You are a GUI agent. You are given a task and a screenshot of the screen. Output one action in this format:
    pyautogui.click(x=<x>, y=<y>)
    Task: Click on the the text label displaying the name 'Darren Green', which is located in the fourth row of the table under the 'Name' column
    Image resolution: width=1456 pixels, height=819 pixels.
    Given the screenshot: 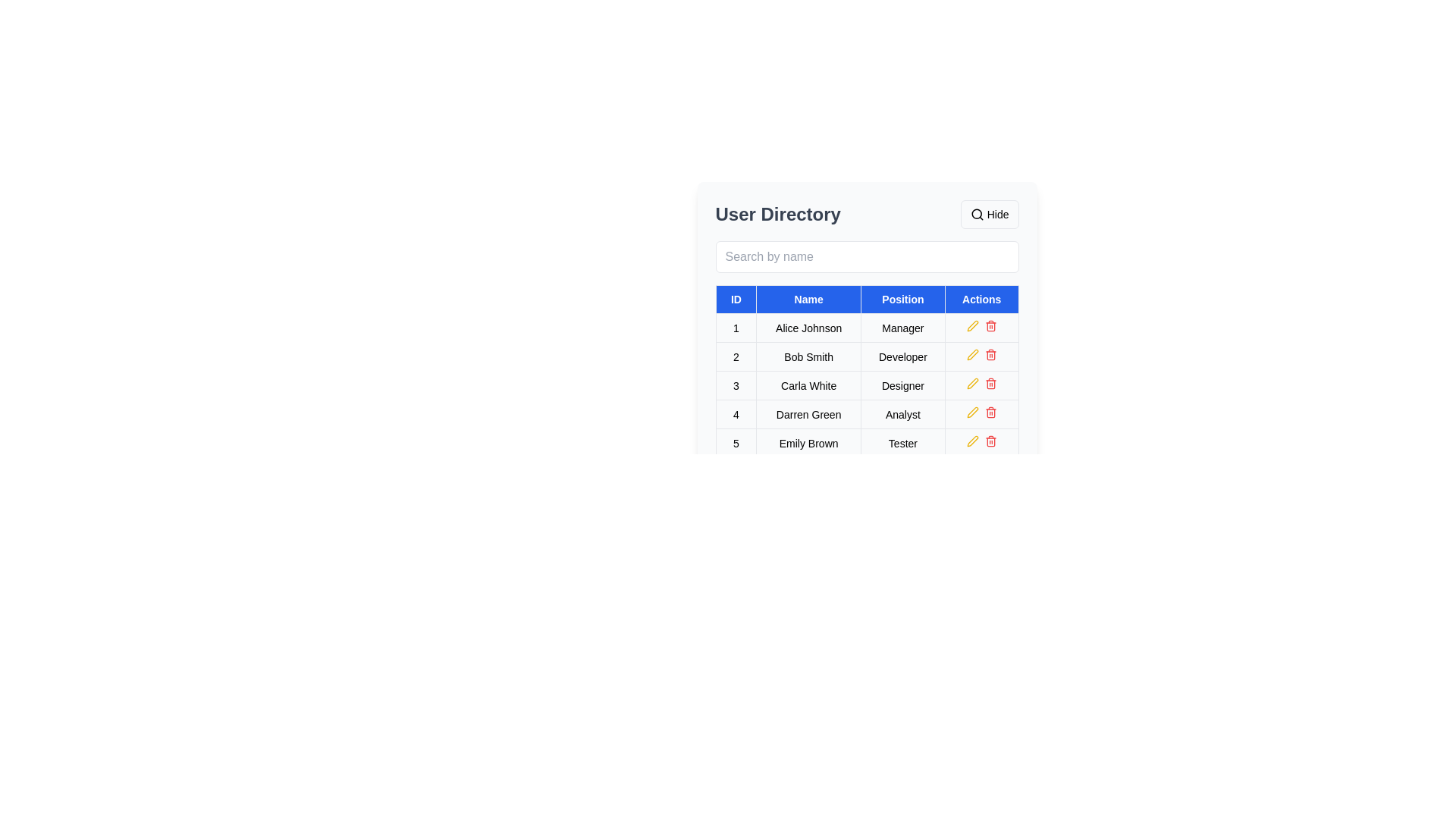 What is the action you would take?
    pyautogui.click(x=808, y=414)
    